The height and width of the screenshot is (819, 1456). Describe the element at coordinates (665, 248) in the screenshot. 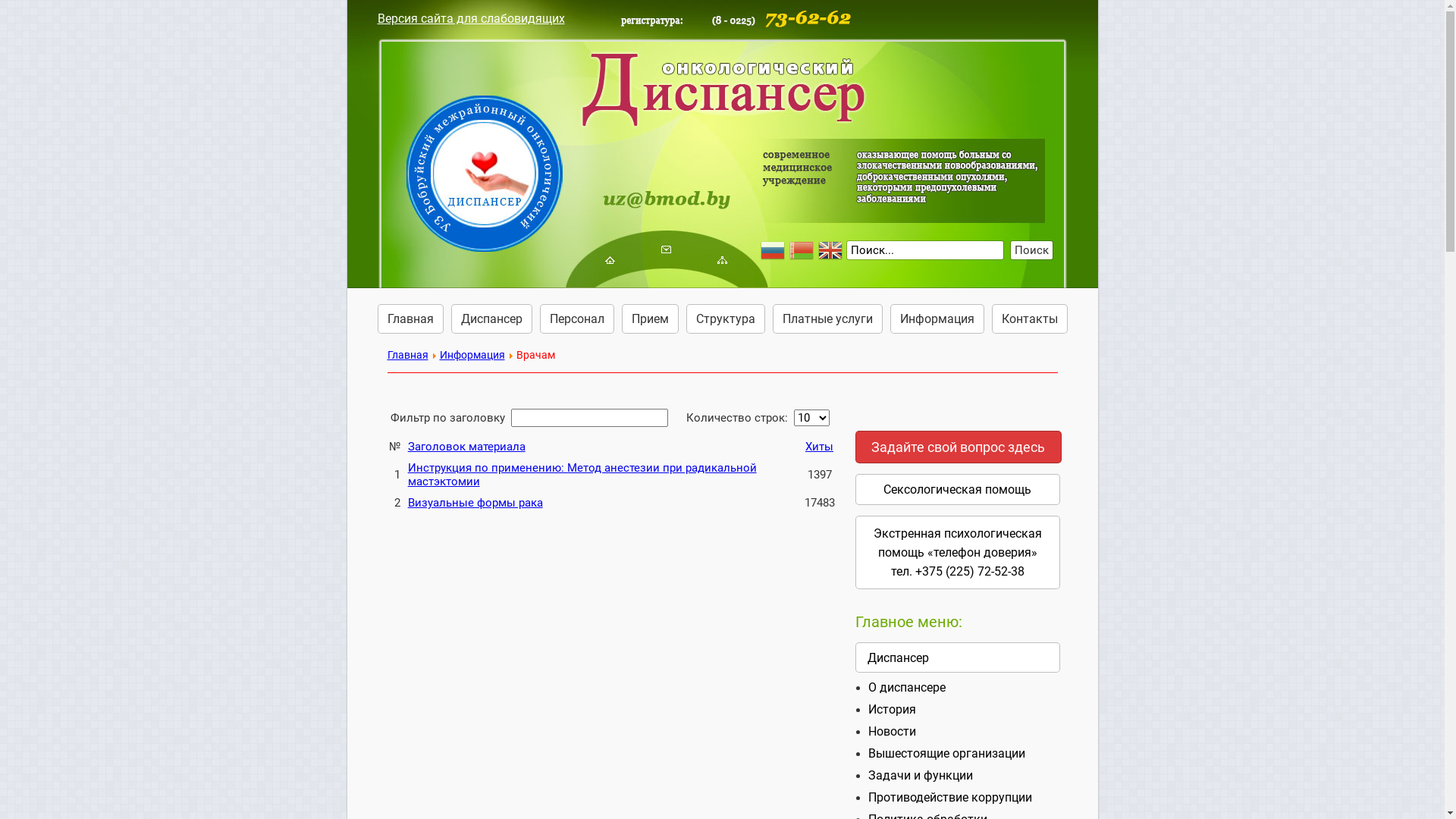

I see `' '` at that location.